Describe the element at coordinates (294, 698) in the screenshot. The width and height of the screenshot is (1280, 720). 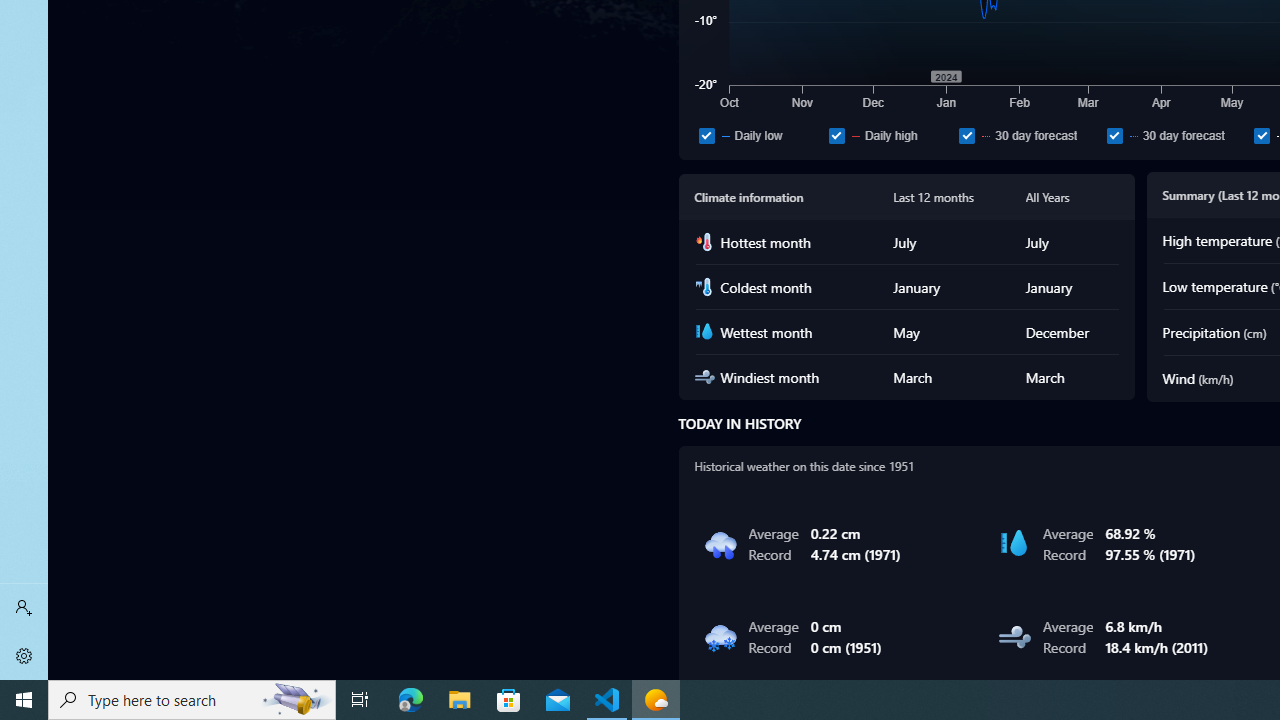
I see `'Search highlights icon opens search home window'` at that location.